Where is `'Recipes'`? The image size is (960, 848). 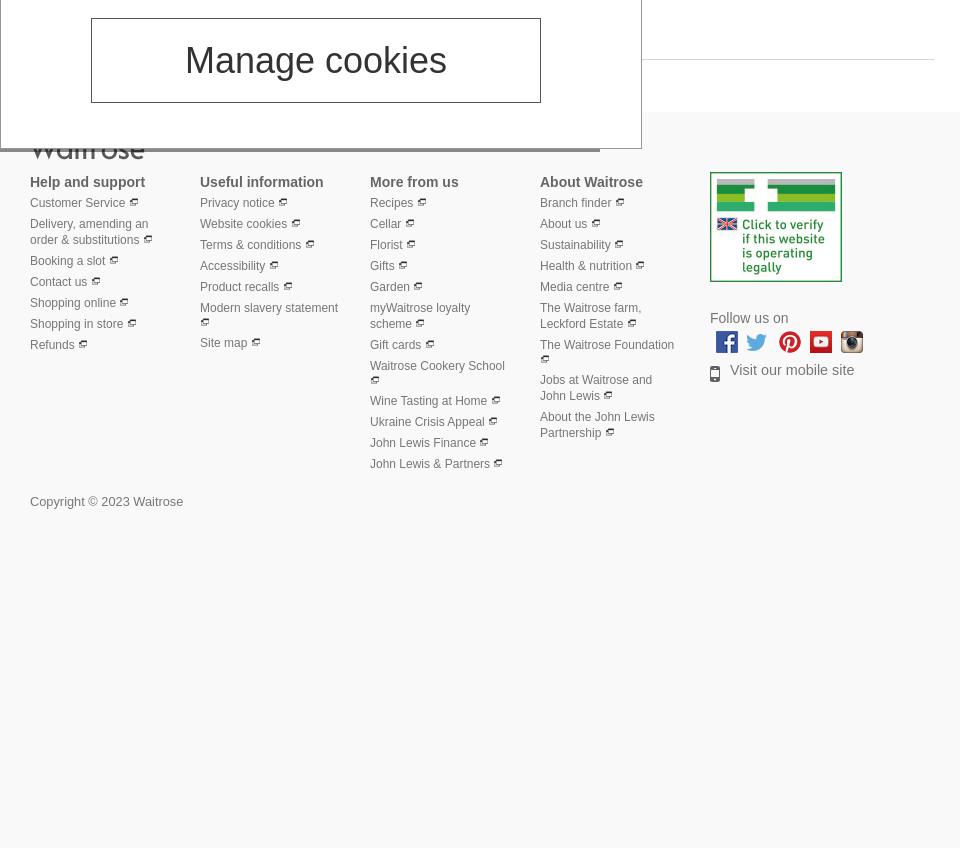 'Recipes' is located at coordinates (368, 201).